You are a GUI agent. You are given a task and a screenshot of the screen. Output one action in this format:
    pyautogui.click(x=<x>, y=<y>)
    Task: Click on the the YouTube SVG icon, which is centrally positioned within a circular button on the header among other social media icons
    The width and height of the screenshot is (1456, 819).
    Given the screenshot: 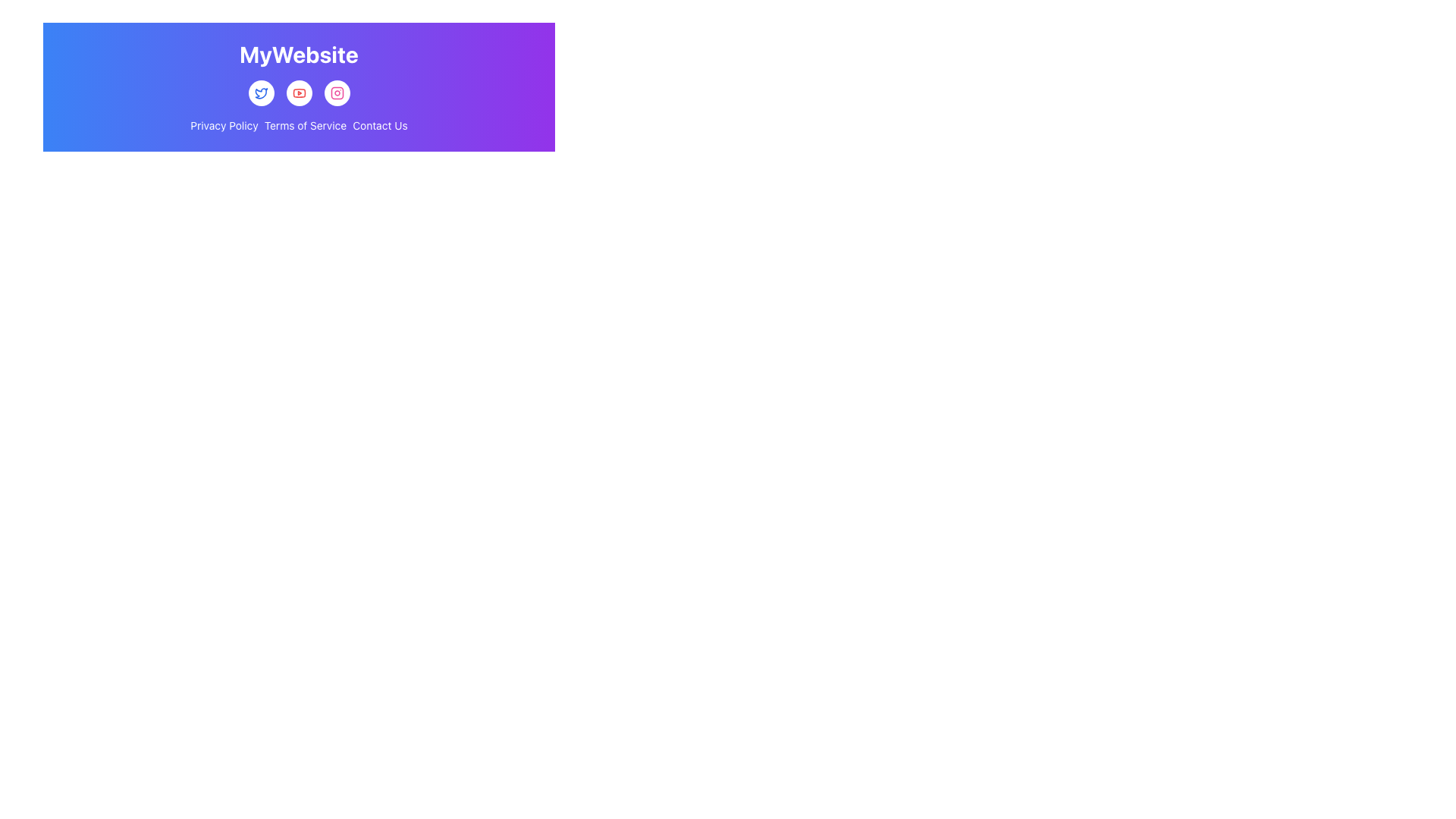 What is the action you would take?
    pyautogui.click(x=299, y=93)
    